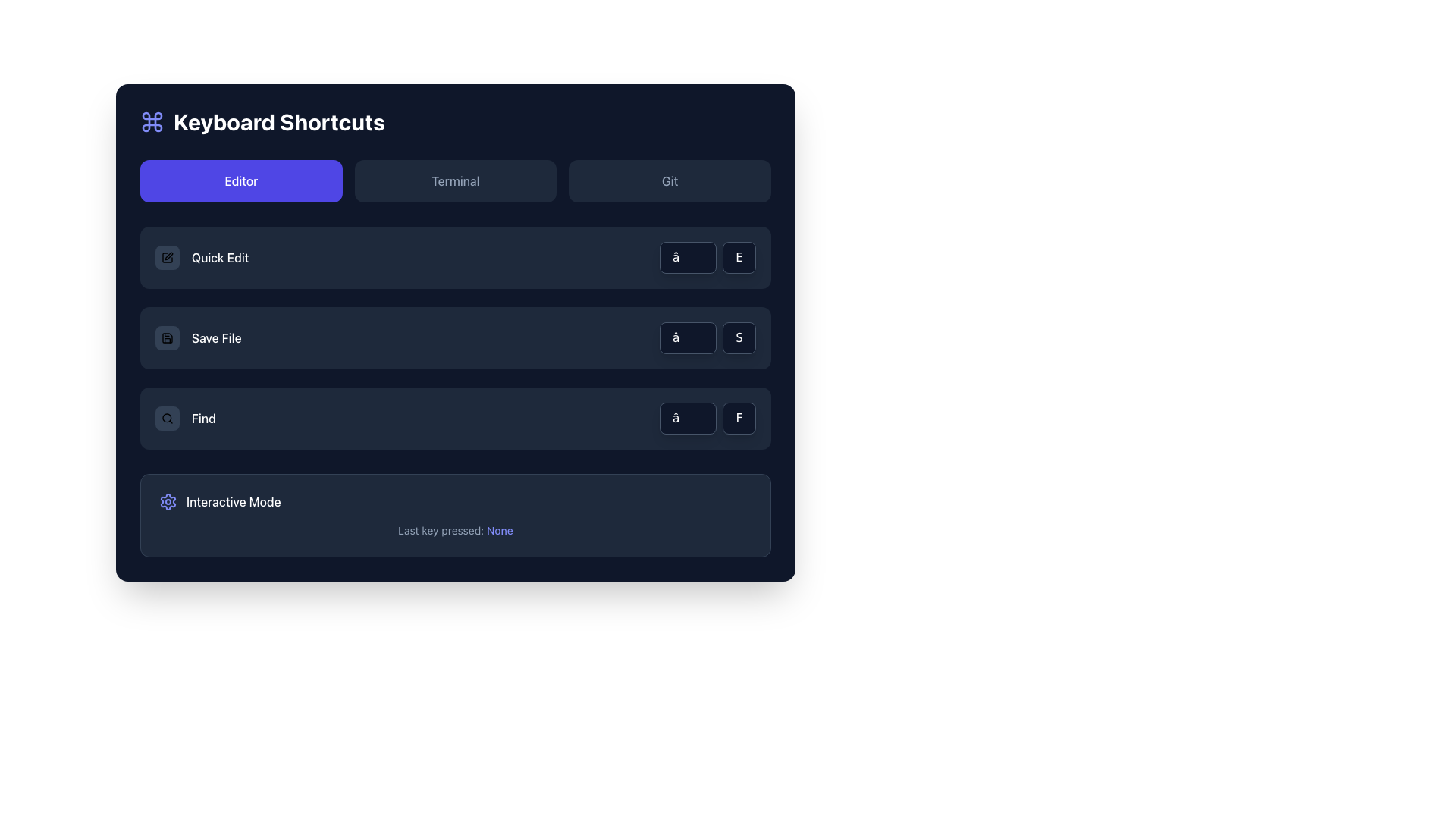 The image size is (1456, 819). What do you see at coordinates (215, 337) in the screenshot?
I see `the text label indicating the save files menu option, which is aligned to the right side in the second list item under 'Keyboard Shortcuts'` at bounding box center [215, 337].